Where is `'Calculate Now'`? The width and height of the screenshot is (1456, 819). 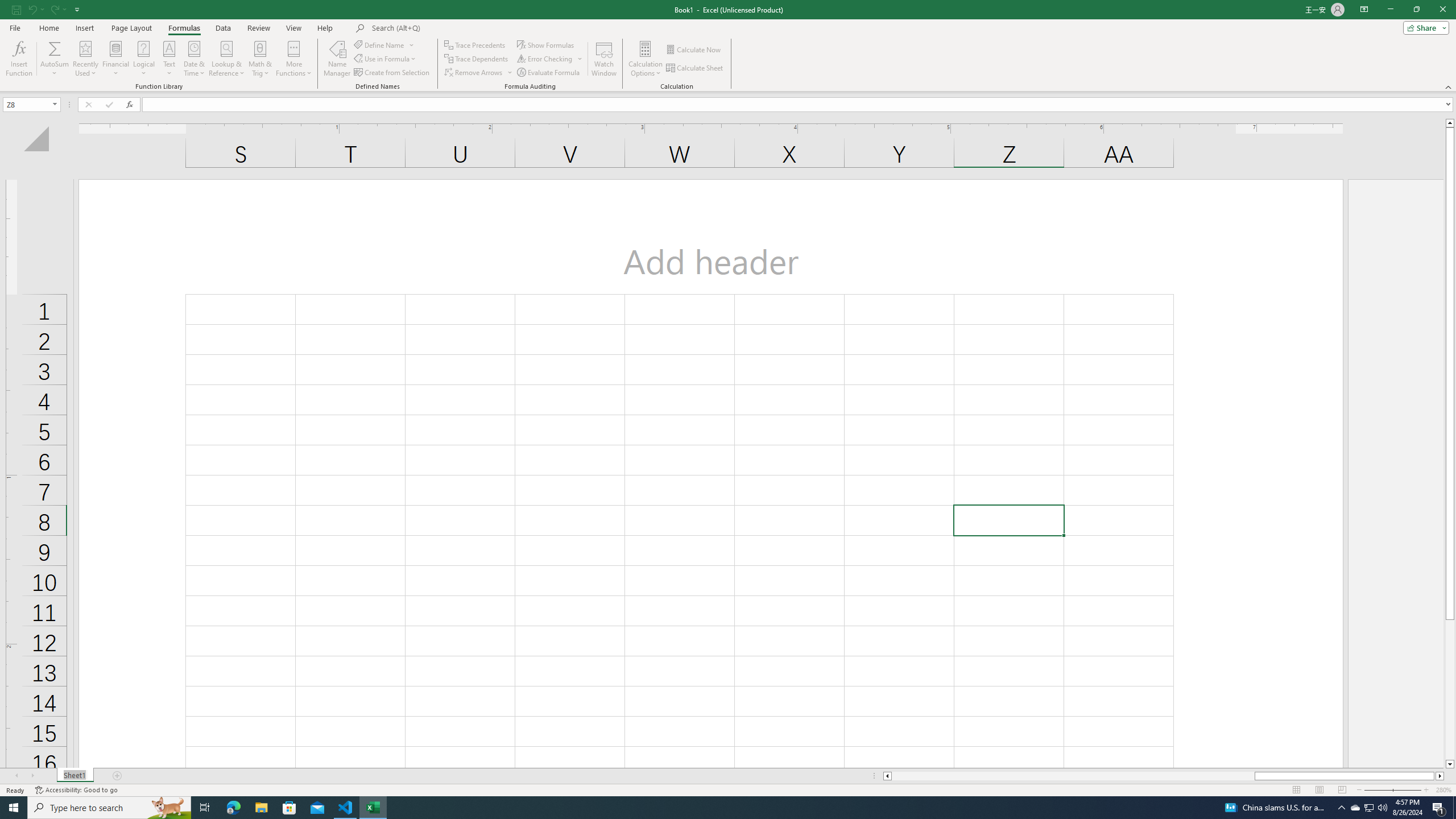
'Calculate Now' is located at coordinates (694, 49).